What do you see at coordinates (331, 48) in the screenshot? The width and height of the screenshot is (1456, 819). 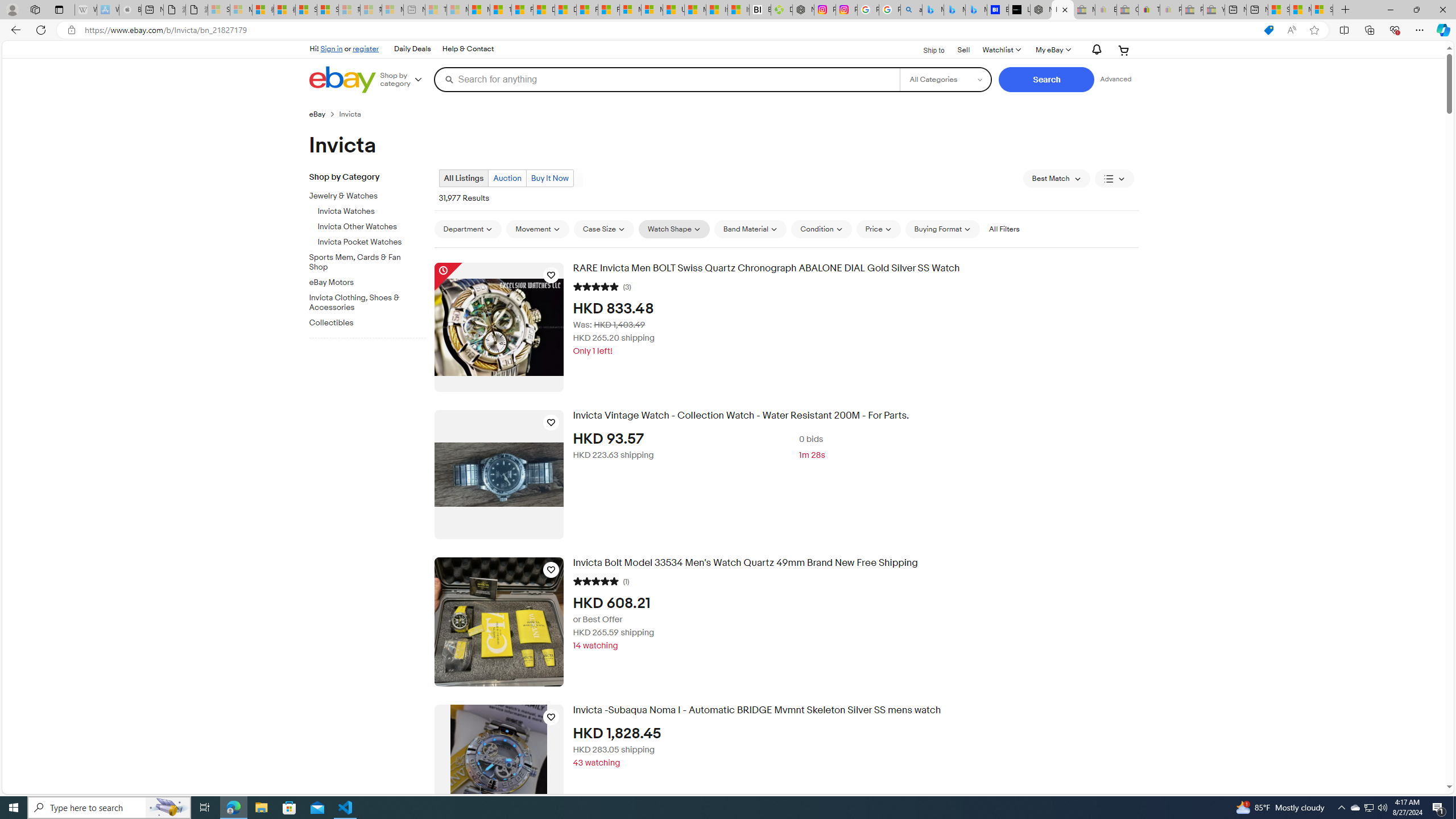 I see `'Sign in'` at bounding box center [331, 48].